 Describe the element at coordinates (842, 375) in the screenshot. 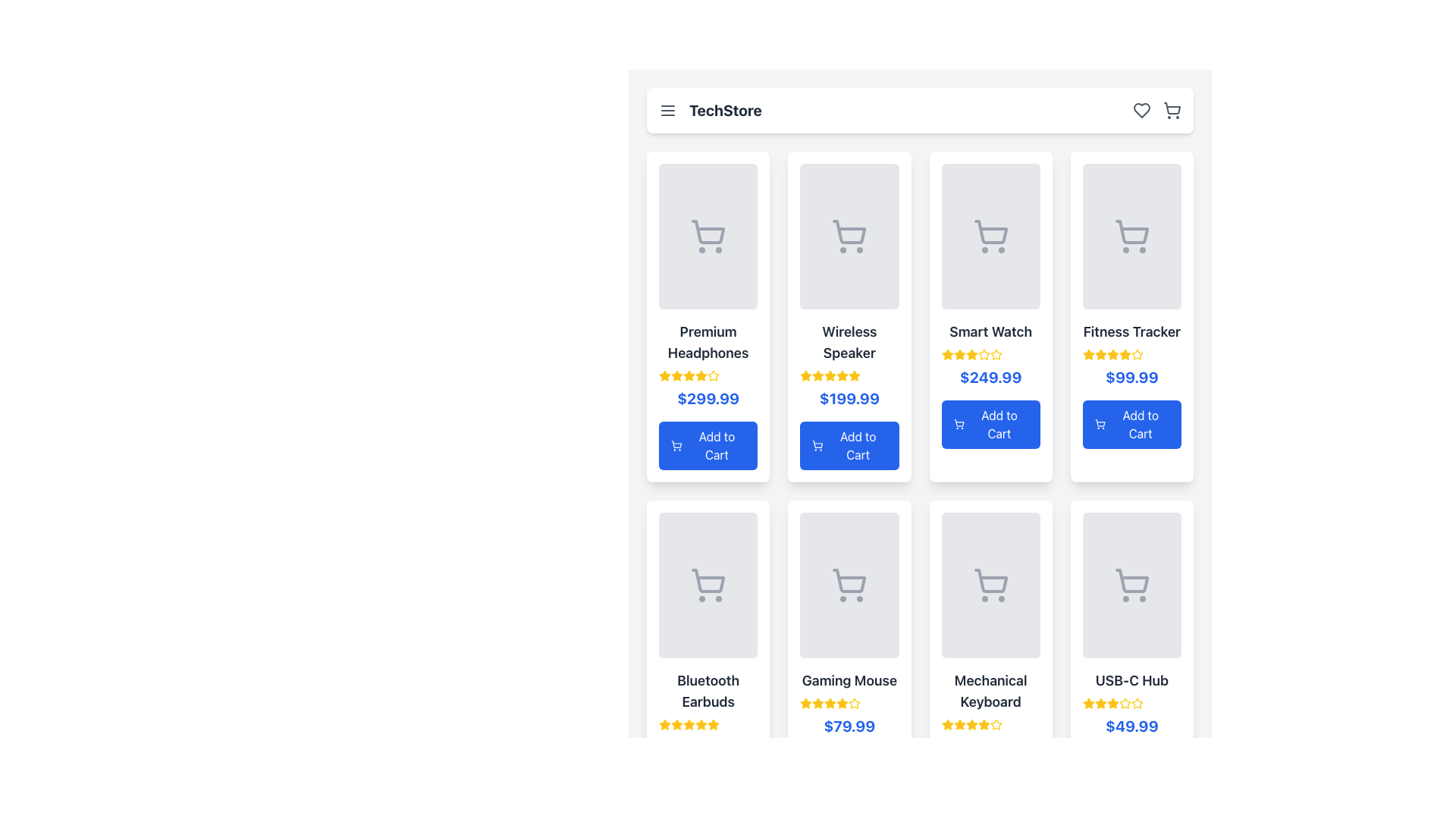

I see `the yellow star-shaped icon representing the first star in the 5-star rating component of the 'Wireless Speaker' product card` at that location.